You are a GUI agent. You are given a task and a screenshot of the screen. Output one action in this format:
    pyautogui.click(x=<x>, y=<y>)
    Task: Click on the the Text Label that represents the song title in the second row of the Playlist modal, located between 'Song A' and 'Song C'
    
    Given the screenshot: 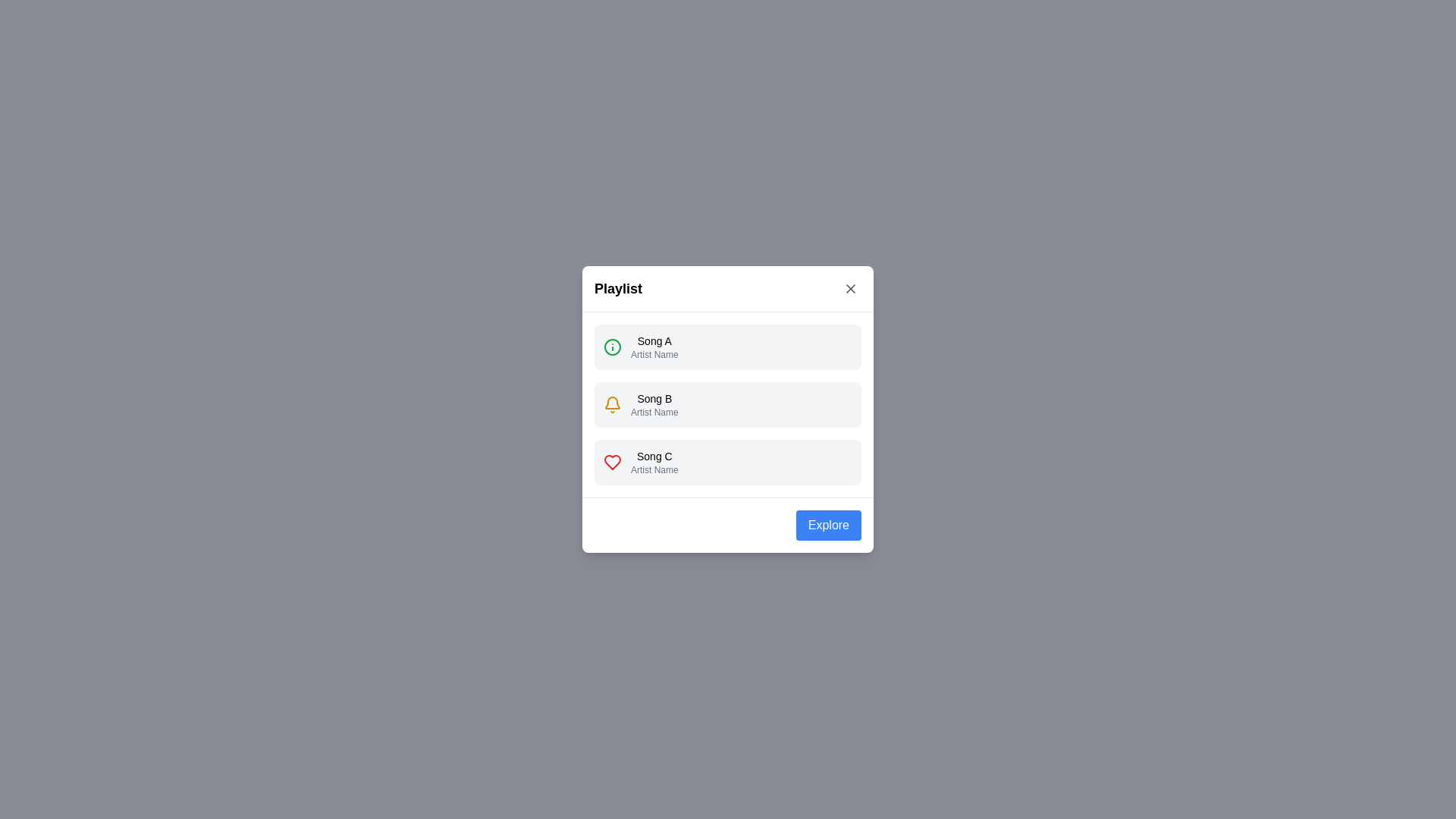 What is the action you would take?
    pyautogui.click(x=654, y=397)
    